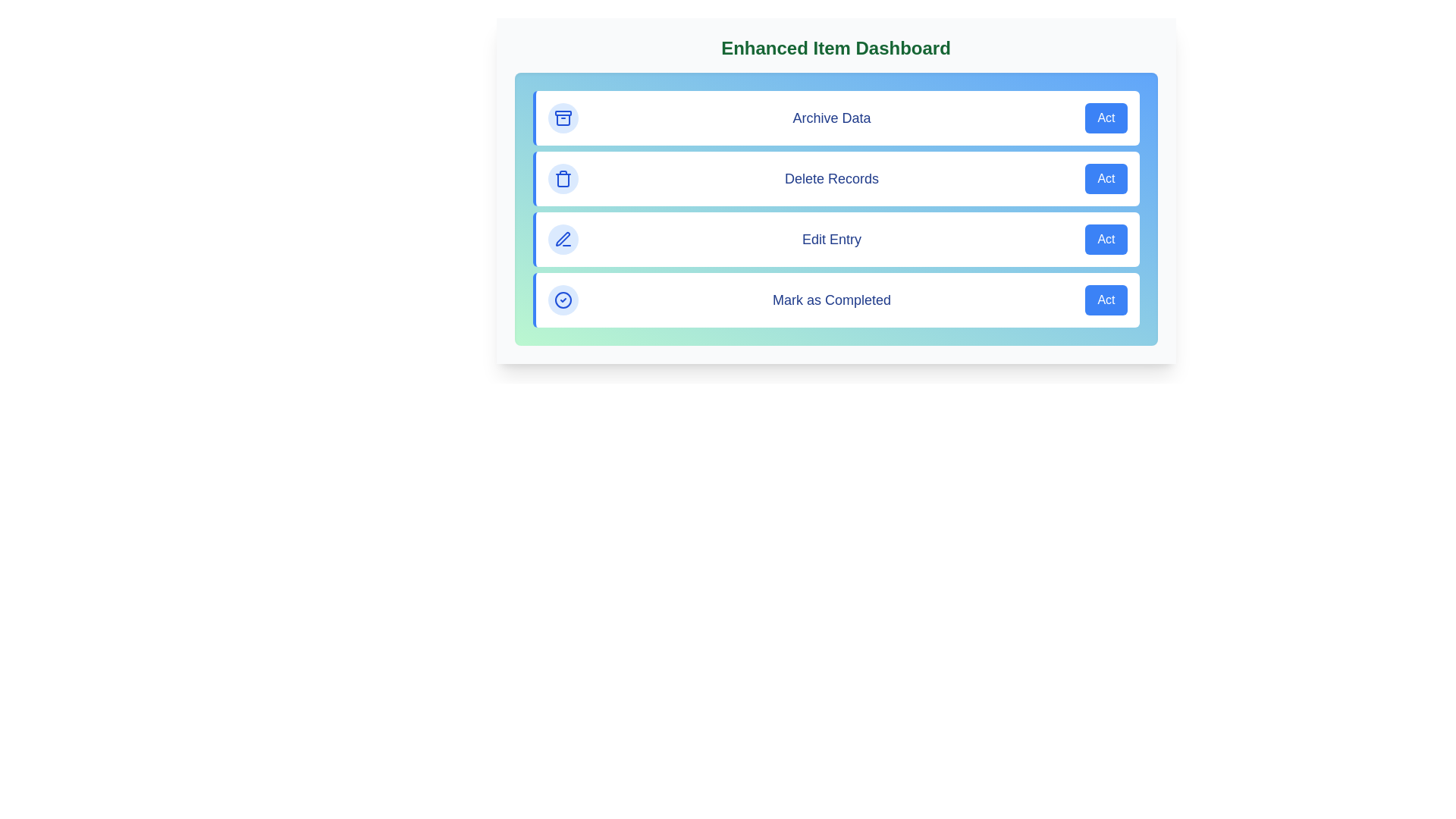 The width and height of the screenshot is (1456, 819). I want to click on the 'Act' button for the action 'Archive Data', so click(1106, 117).